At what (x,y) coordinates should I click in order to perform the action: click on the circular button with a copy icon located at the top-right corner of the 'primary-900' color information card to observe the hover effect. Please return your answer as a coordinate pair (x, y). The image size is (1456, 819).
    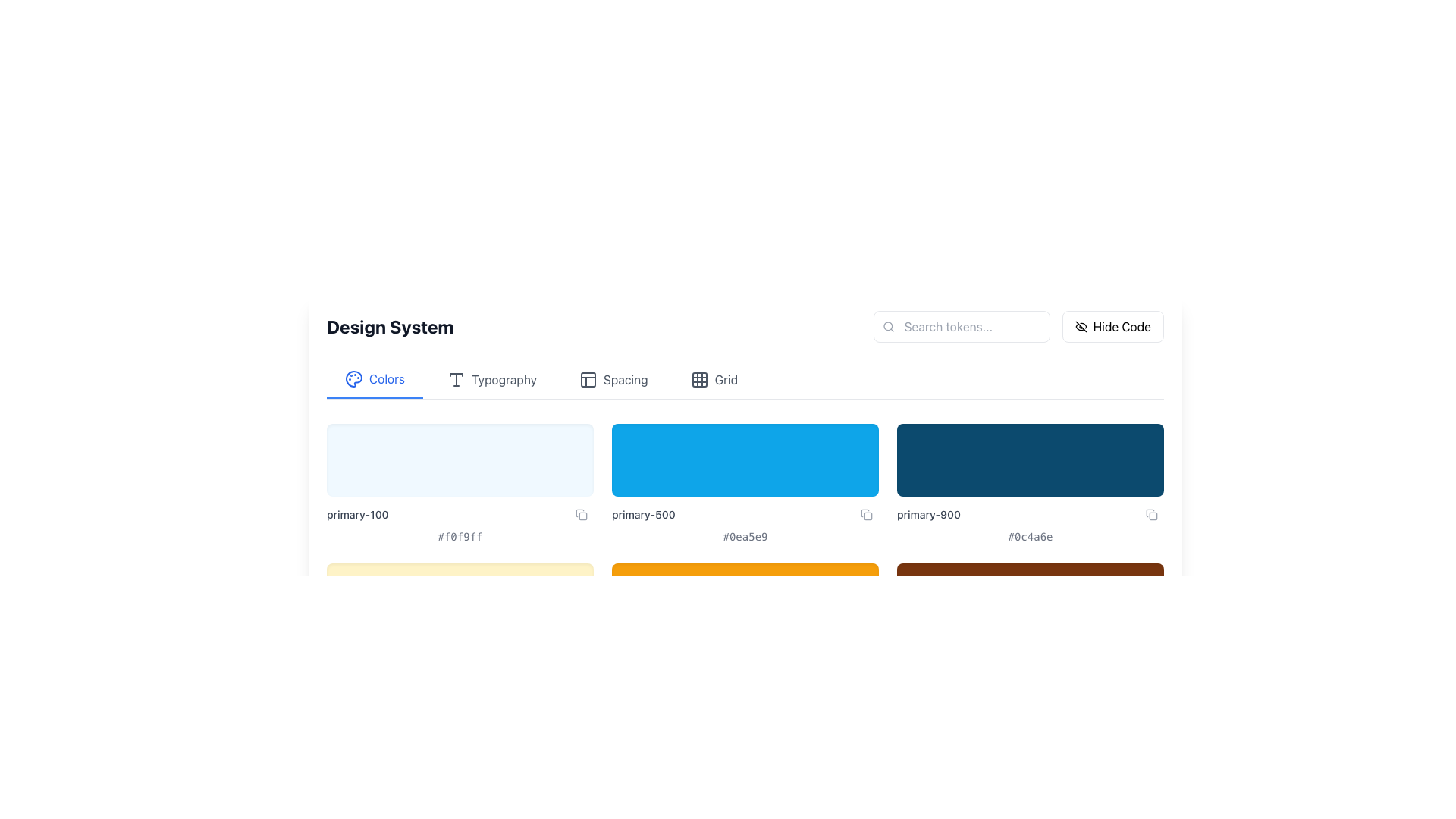
    Looking at the image, I should click on (1151, 513).